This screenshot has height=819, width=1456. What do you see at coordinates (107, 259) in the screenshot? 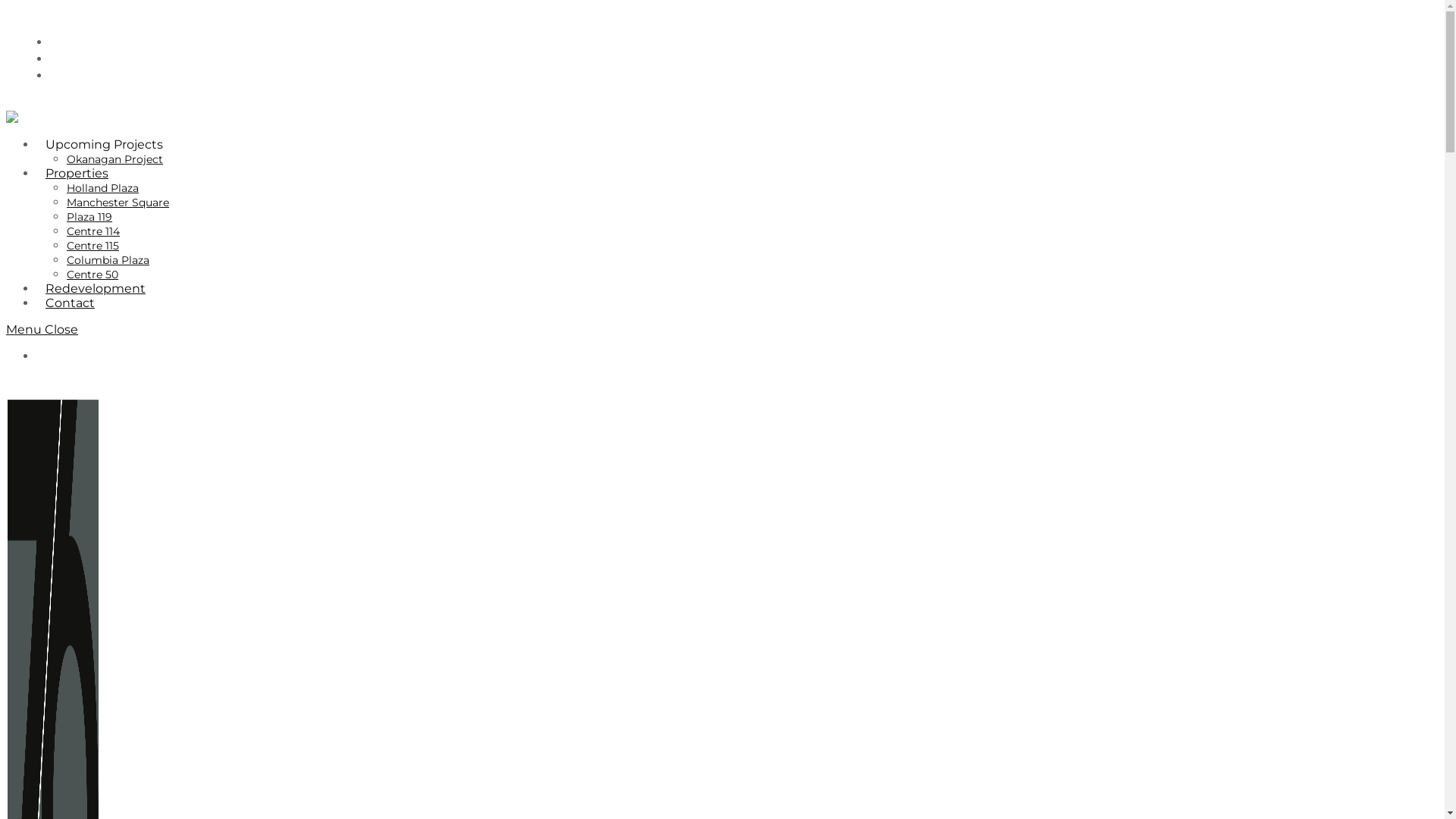
I see `'Columbia Plaza'` at bounding box center [107, 259].